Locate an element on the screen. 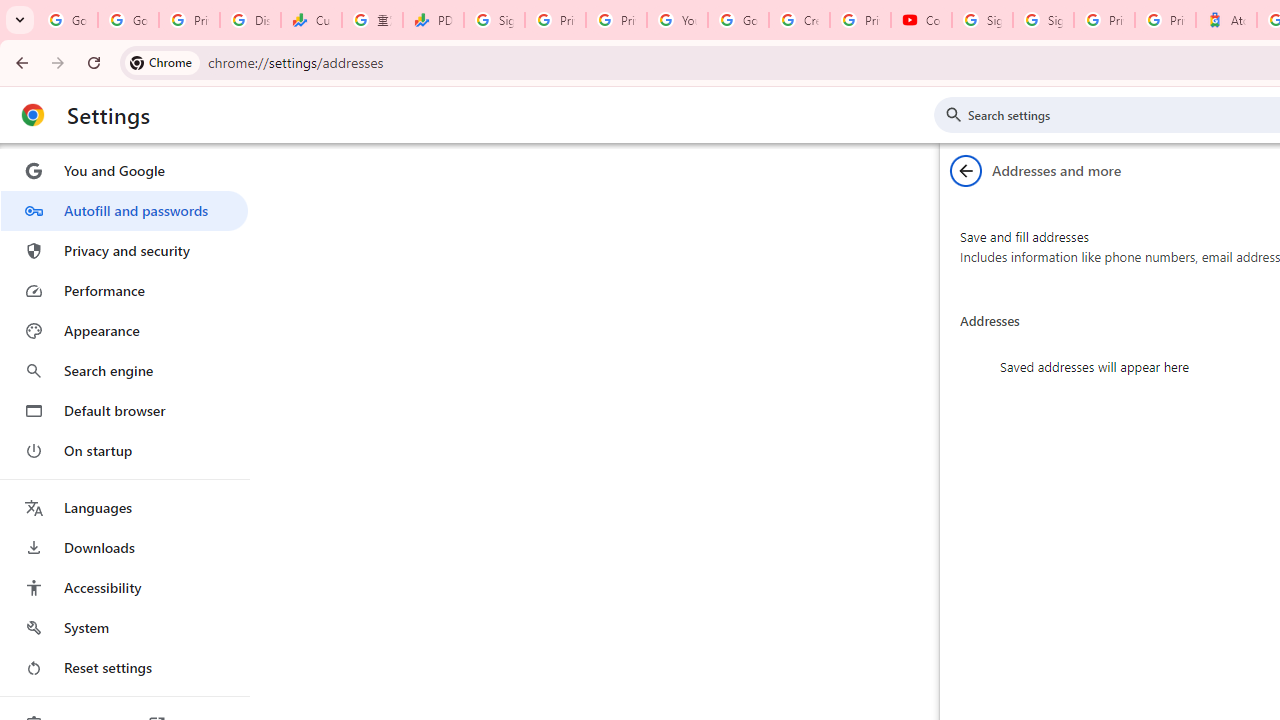  'You and Google' is located at coordinates (123, 170).